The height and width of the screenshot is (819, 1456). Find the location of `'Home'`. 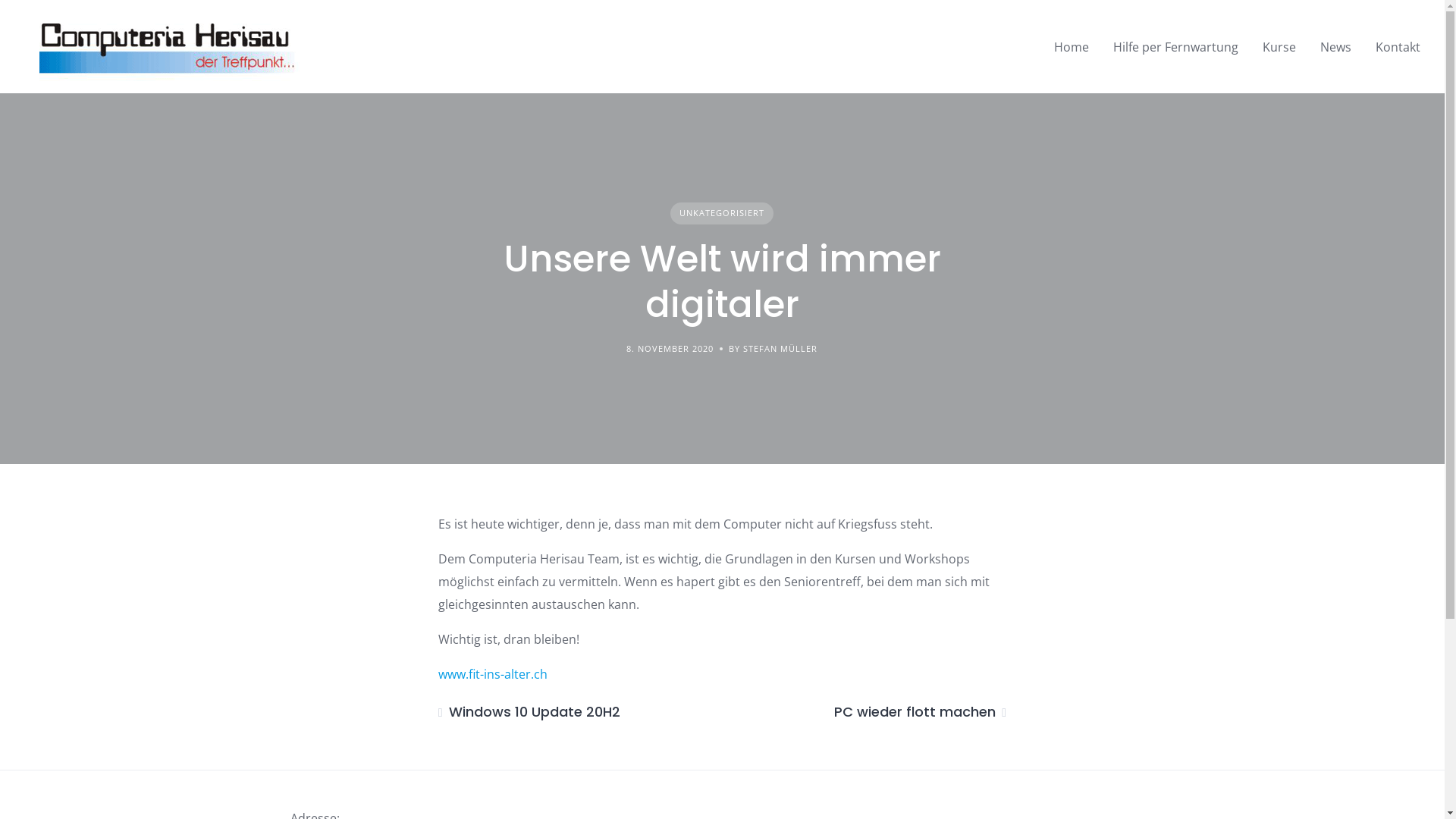

'Home' is located at coordinates (1070, 45).